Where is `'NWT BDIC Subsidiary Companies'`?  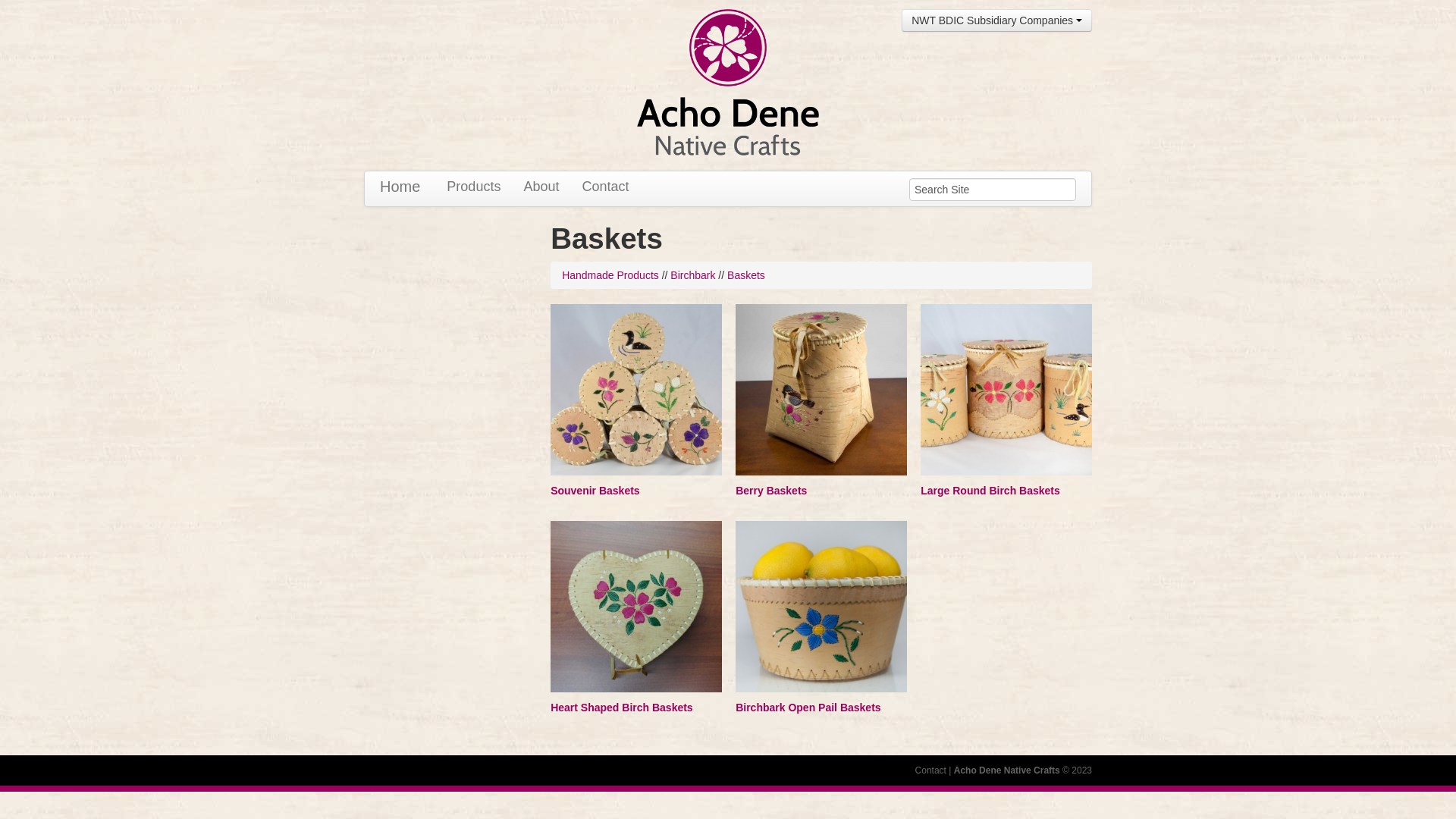 'NWT BDIC Subsidiary Companies' is located at coordinates (996, 20).